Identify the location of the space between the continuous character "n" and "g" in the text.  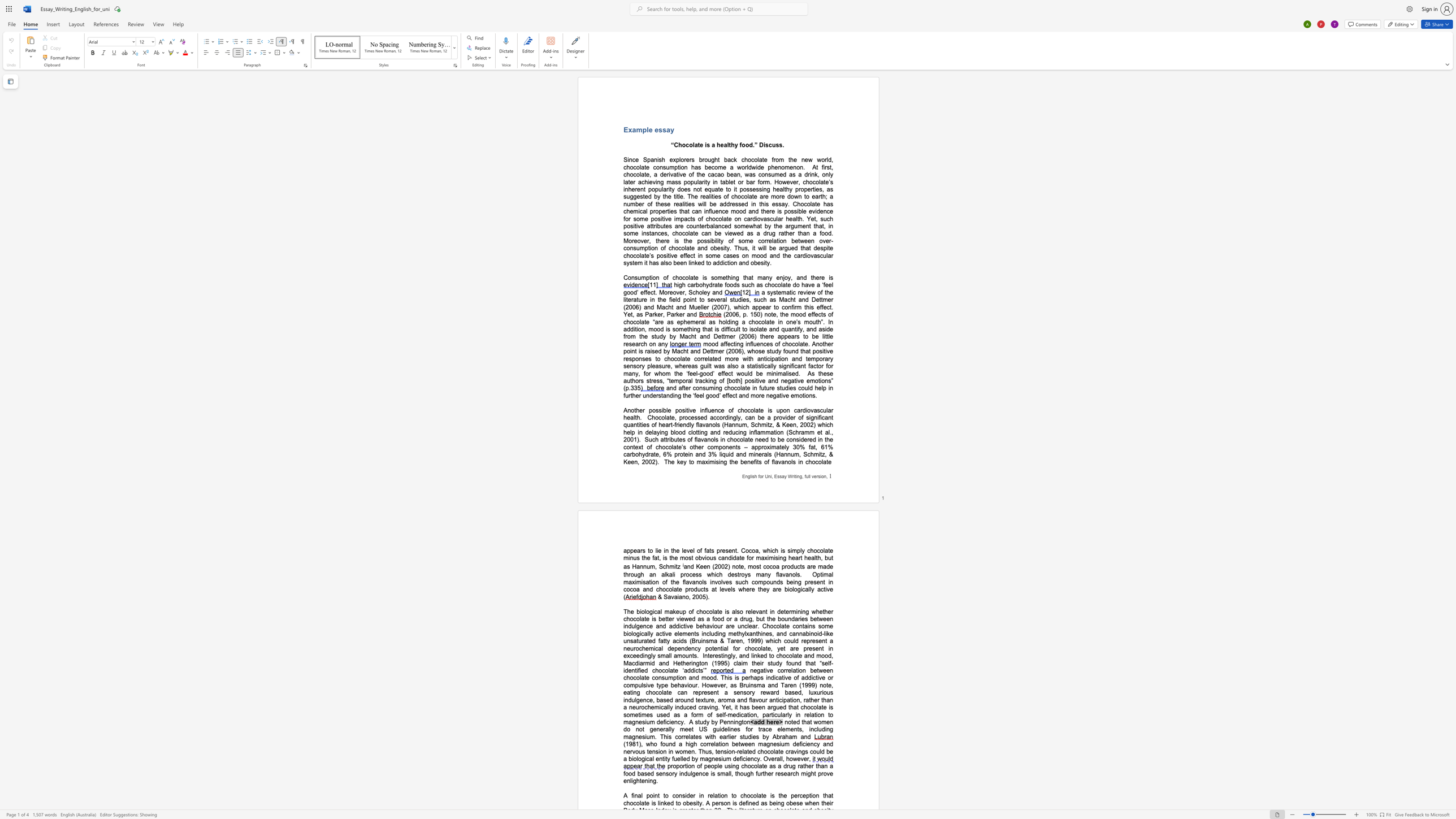
(805, 611).